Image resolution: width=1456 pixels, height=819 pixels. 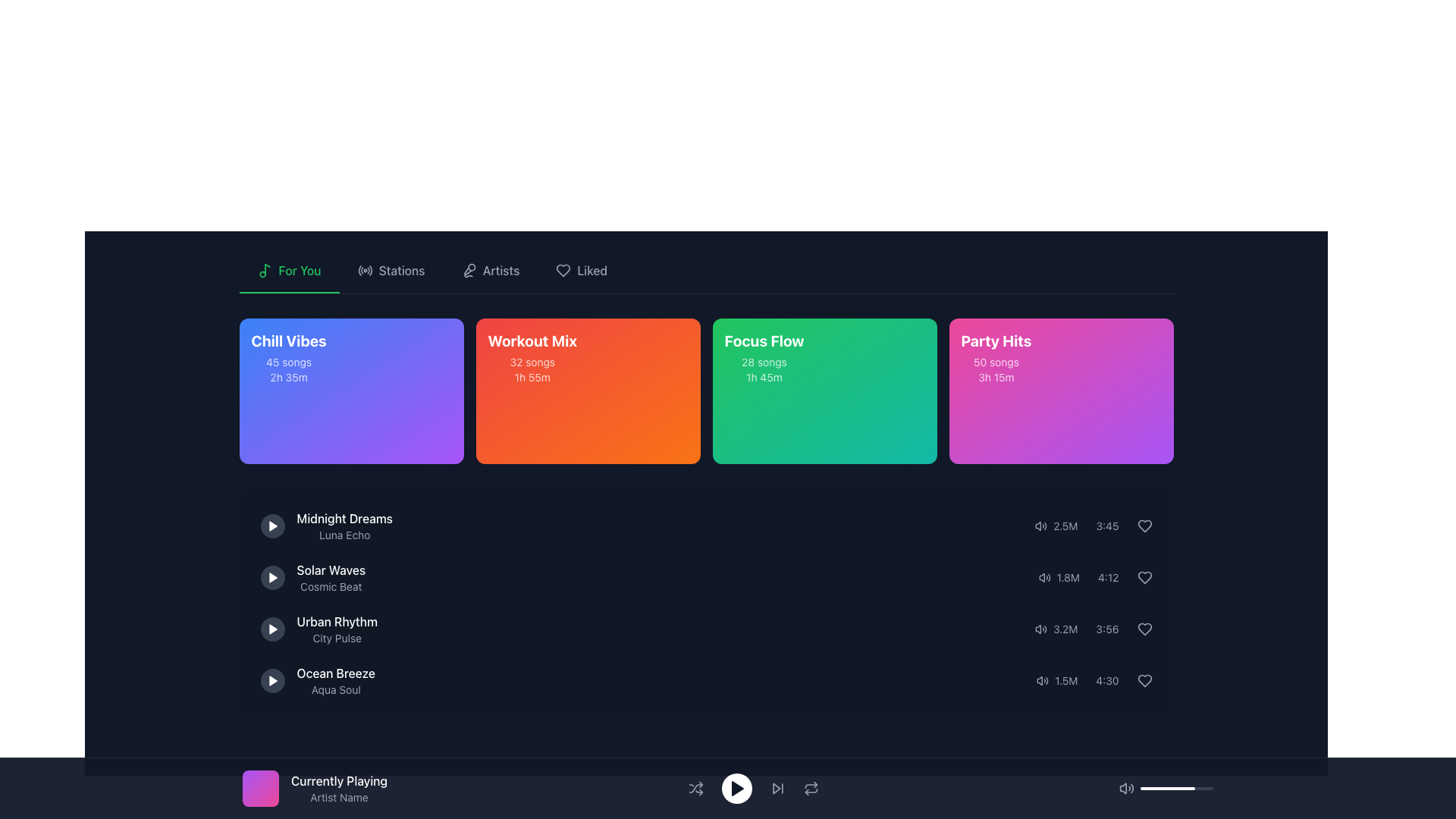 What do you see at coordinates (764, 341) in the screenshot?
I see `the text label displaying 'Focus Flow' in bold, large font with a green background, which is located at the top center of the third card in a row of four cards` at bounding box center [764, 341].